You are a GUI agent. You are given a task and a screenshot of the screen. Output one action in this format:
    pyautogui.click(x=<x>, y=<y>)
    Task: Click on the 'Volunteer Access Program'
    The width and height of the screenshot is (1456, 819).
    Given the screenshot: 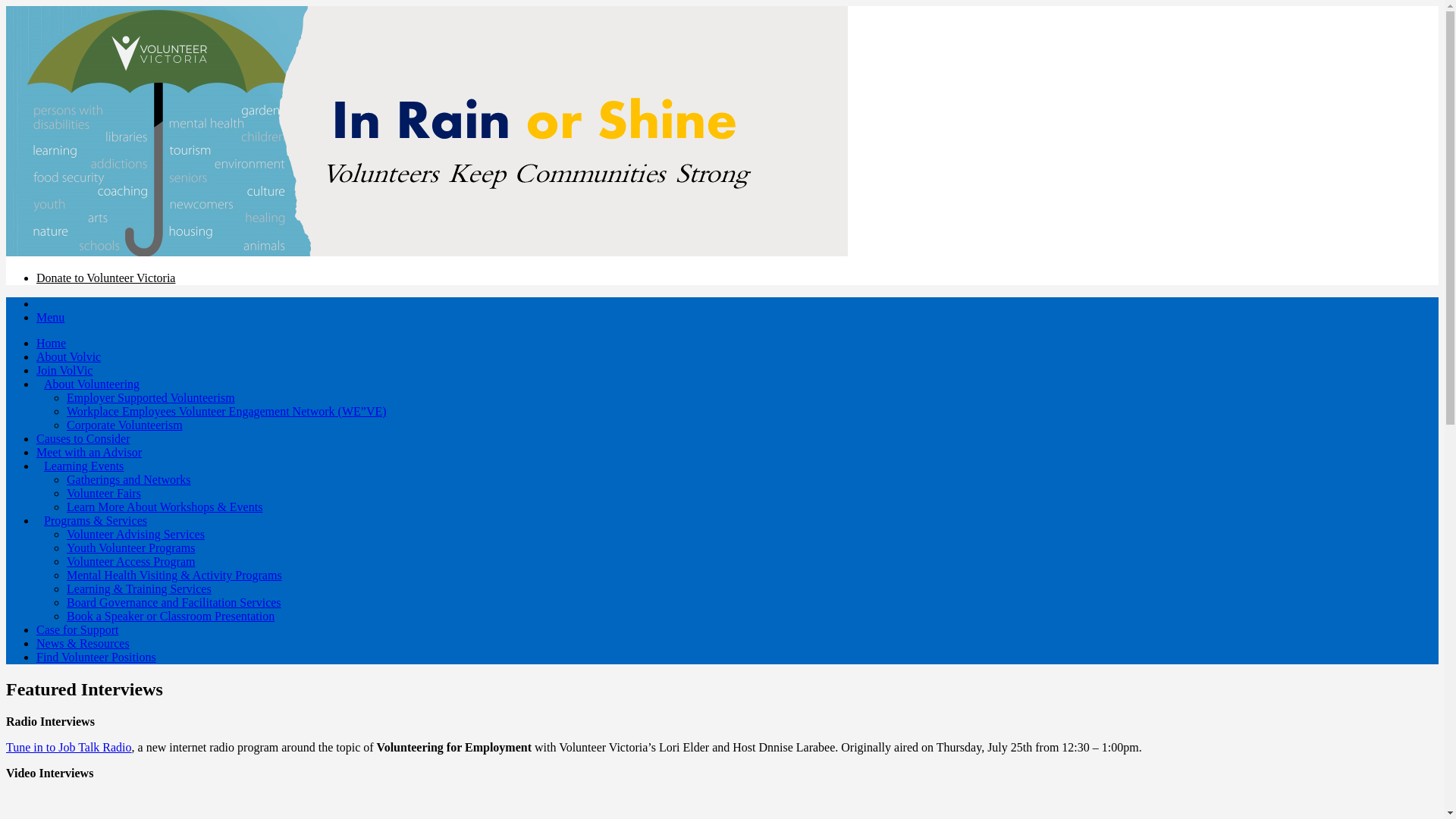 What is the action you would take?
    pyautogui.click(x=130, y=561)
    